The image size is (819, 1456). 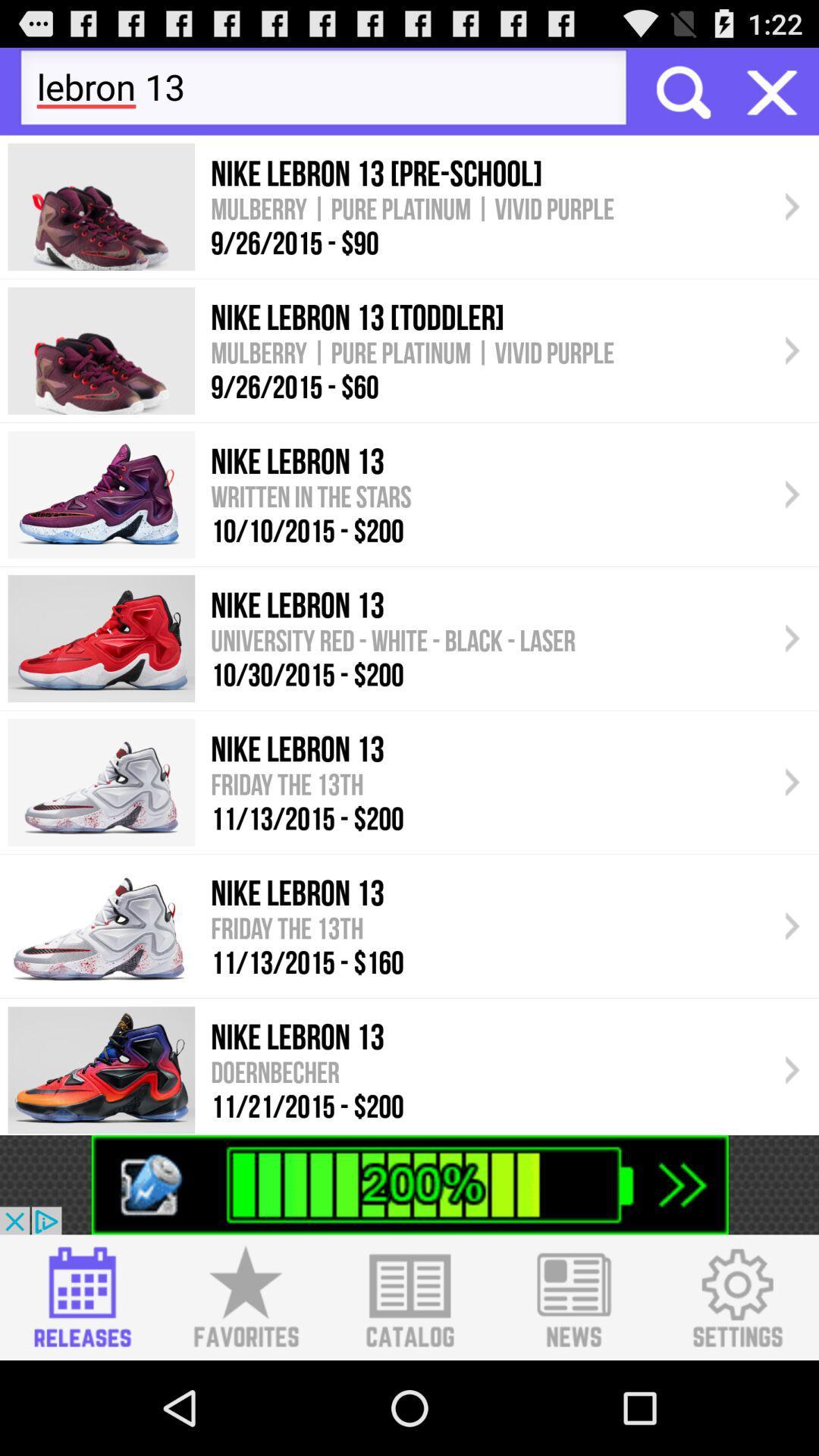 What do you see at coordinates (245, 1297) in the screenshot?
I see `favorites` at bounding box center [245, 1297].